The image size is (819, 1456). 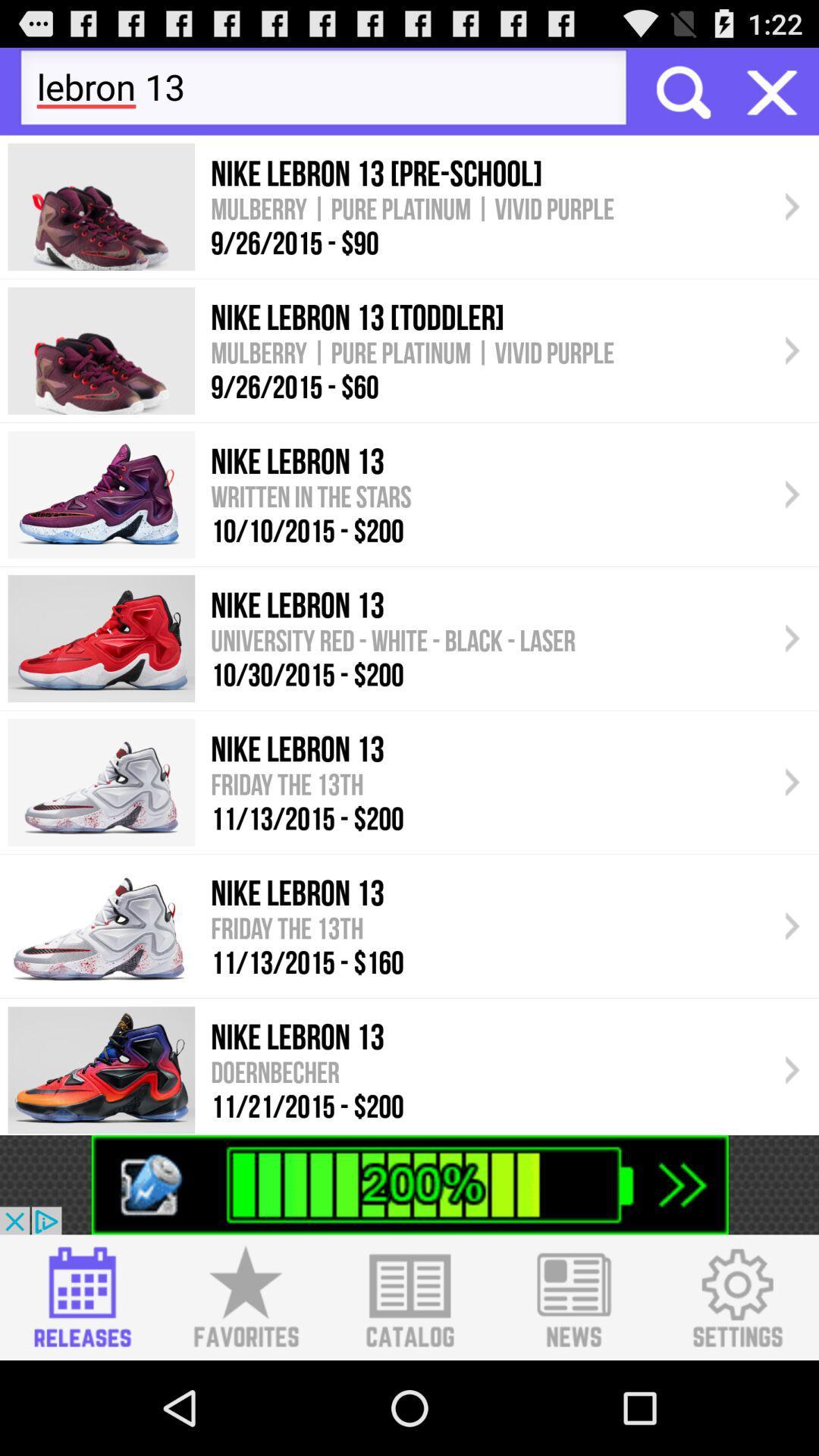 What do you see at coordinates (245, 1297) in the screenshot?
I see `favorites` at bounding box center [245, 1297].